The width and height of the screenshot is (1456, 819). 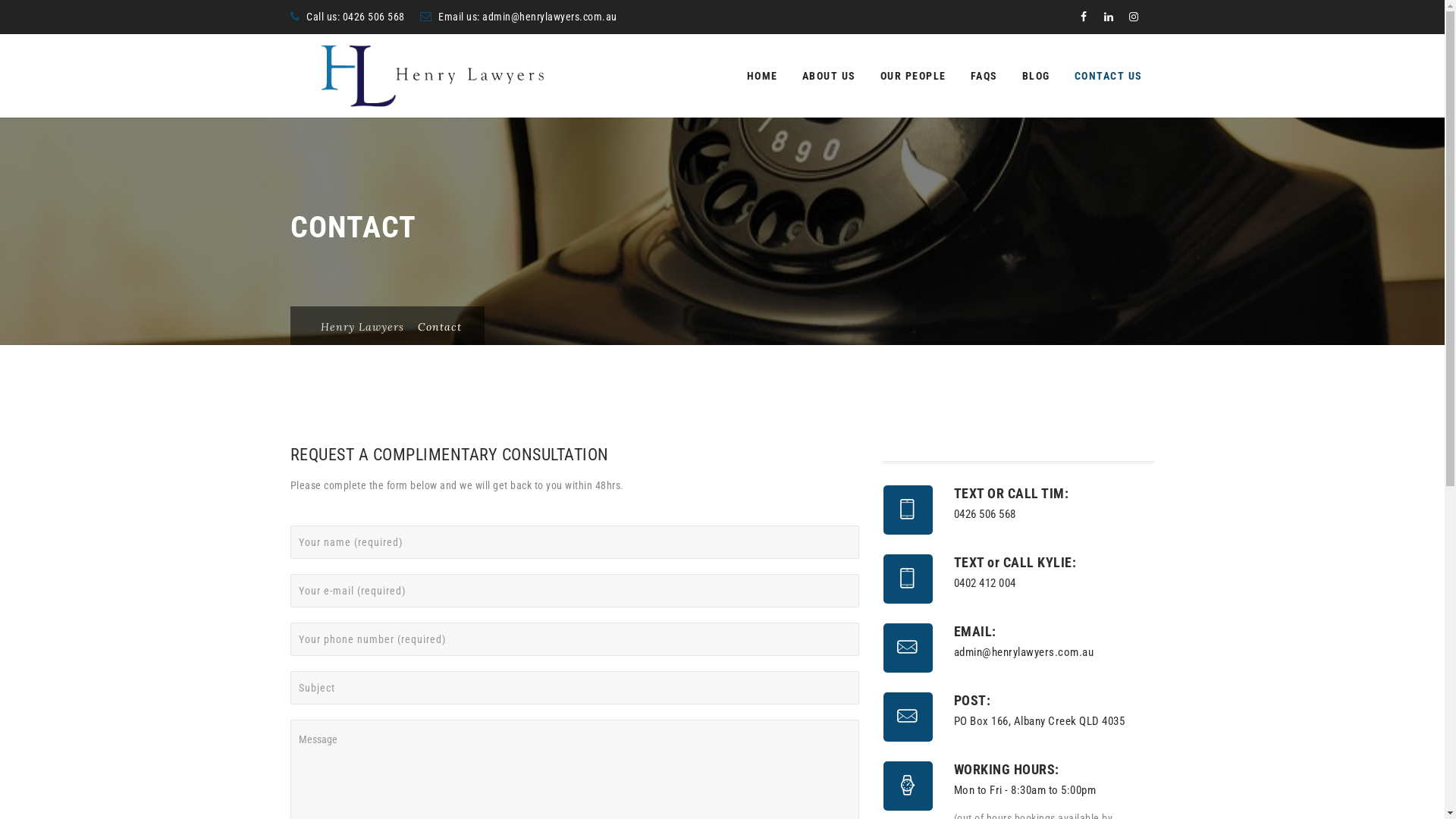 What do you see at coordinates (319, 326) in the screenshot?
I see `'Henry Lawyers'` at bounding box center [319, 326].